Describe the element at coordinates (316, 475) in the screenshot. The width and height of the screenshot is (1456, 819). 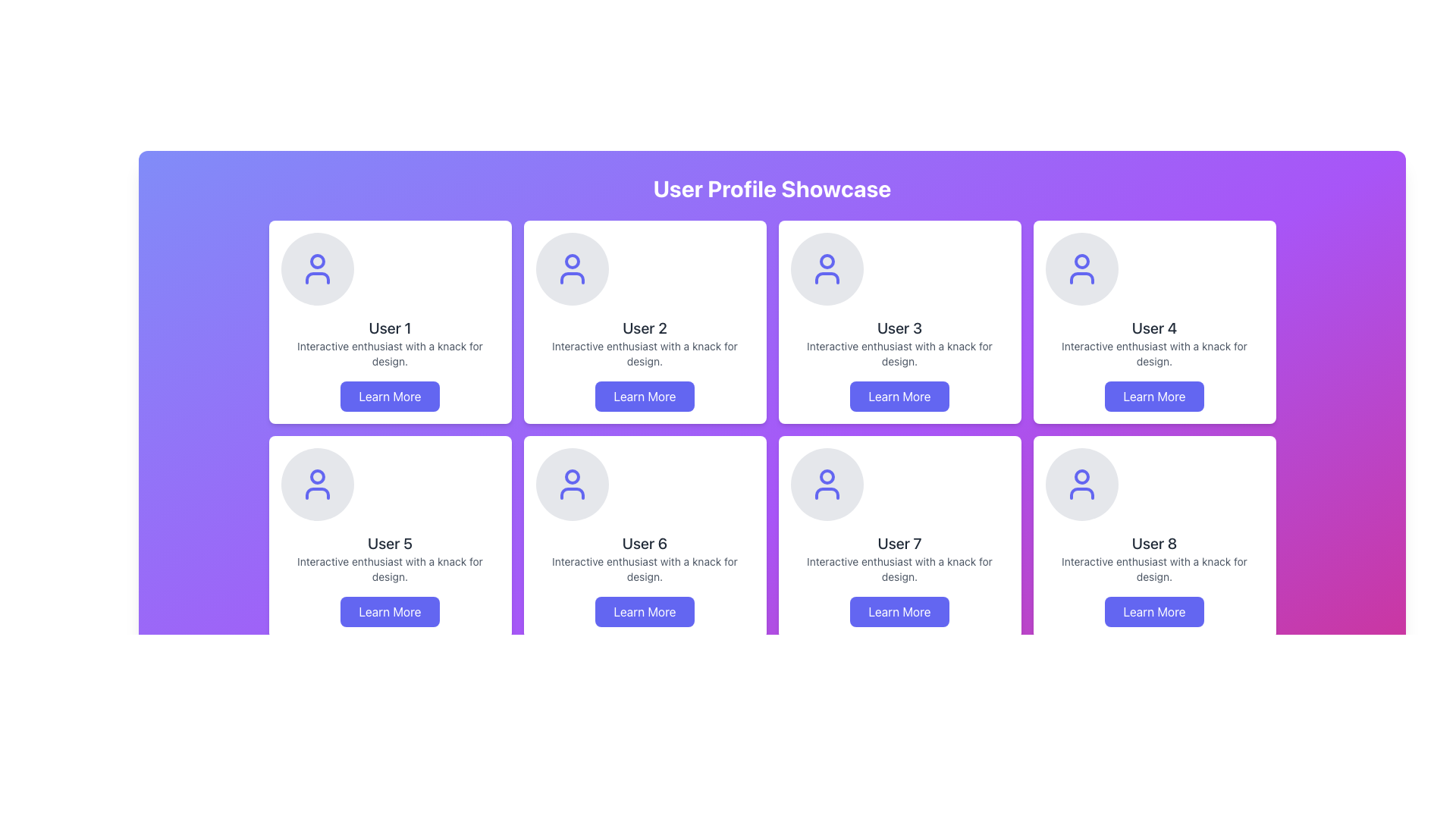
I see `the SVG circle representing the head in the user avatar of 'User 5' located in the second row of the grid` at that location.